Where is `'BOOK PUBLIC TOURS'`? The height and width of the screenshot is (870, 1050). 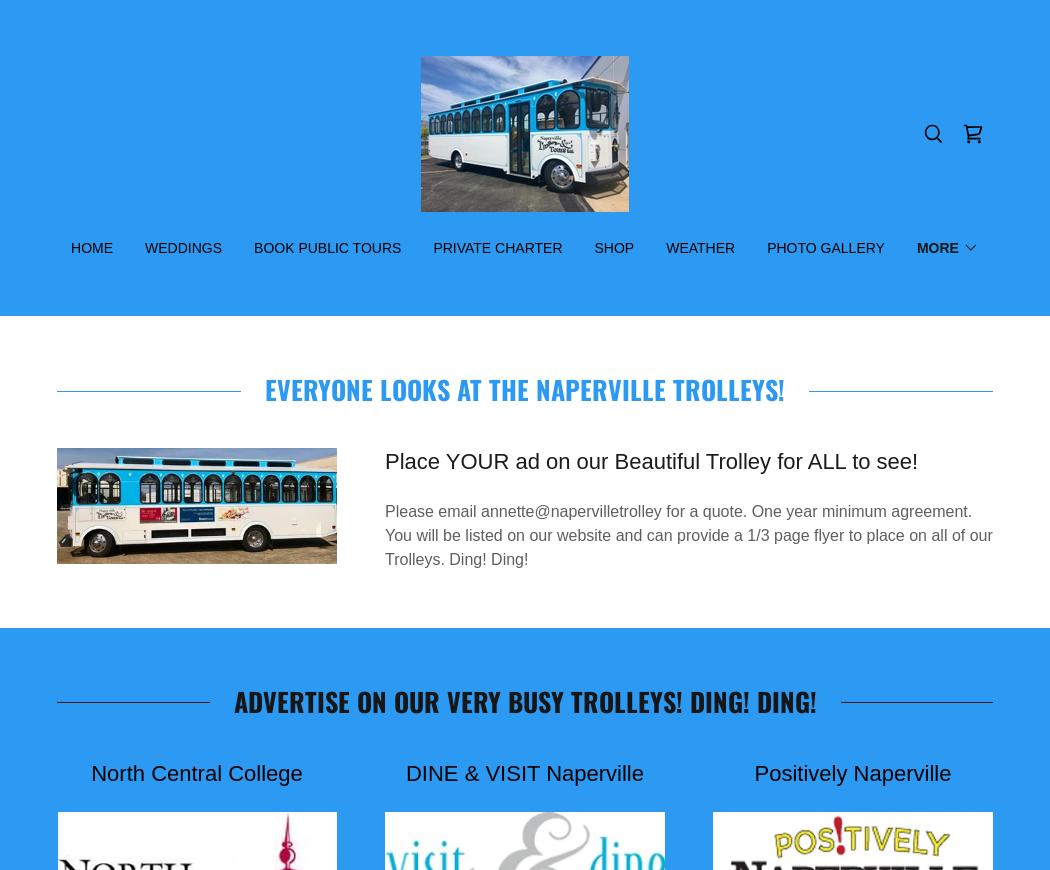
'BOOK PUBLIC TOURS' is located at coordinates (253, 248).